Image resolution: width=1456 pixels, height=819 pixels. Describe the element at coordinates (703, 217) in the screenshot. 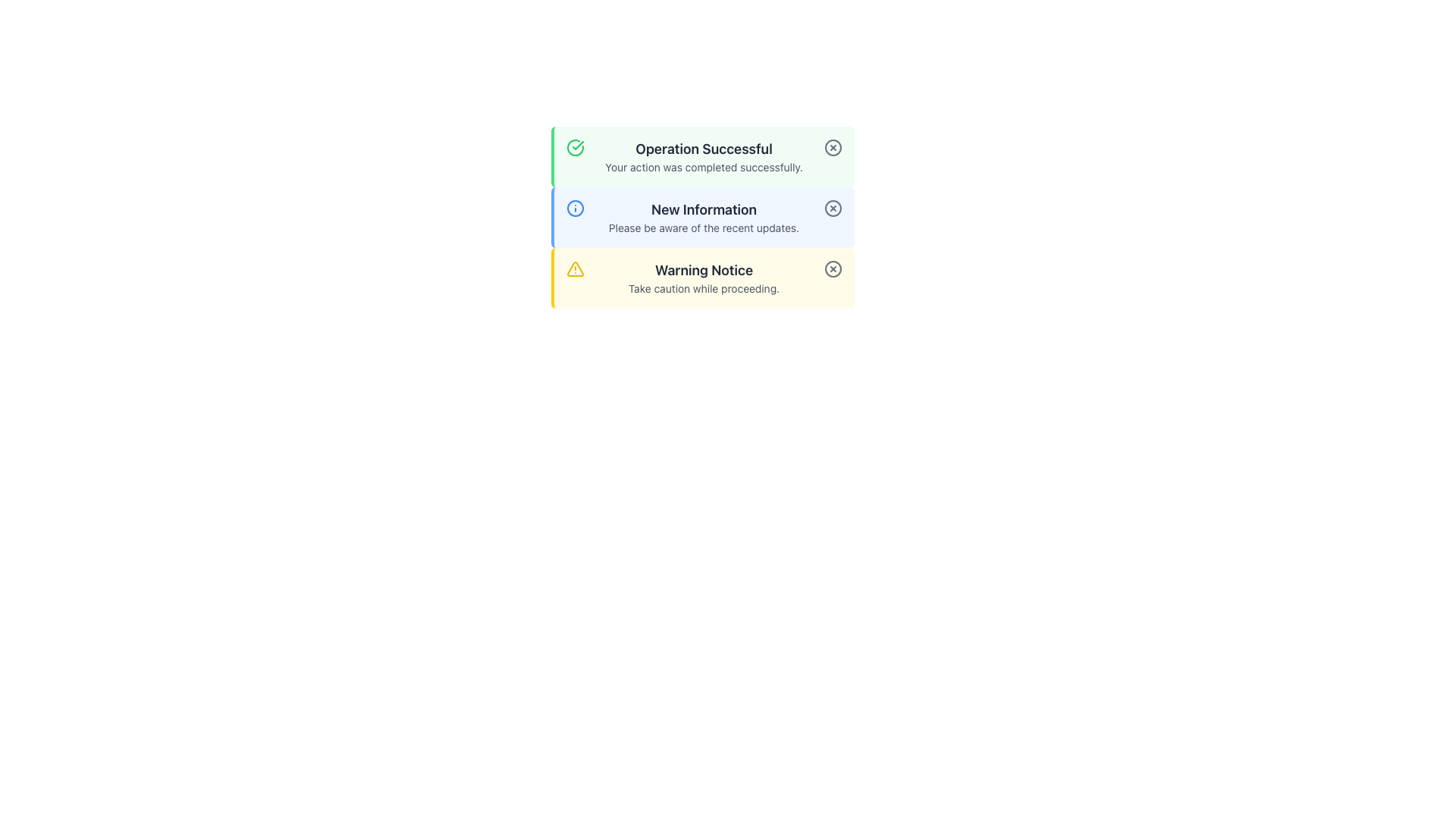

I see `the text block element displaying 'New Information' and 'Please be aware of the recent updates.'` at that location.